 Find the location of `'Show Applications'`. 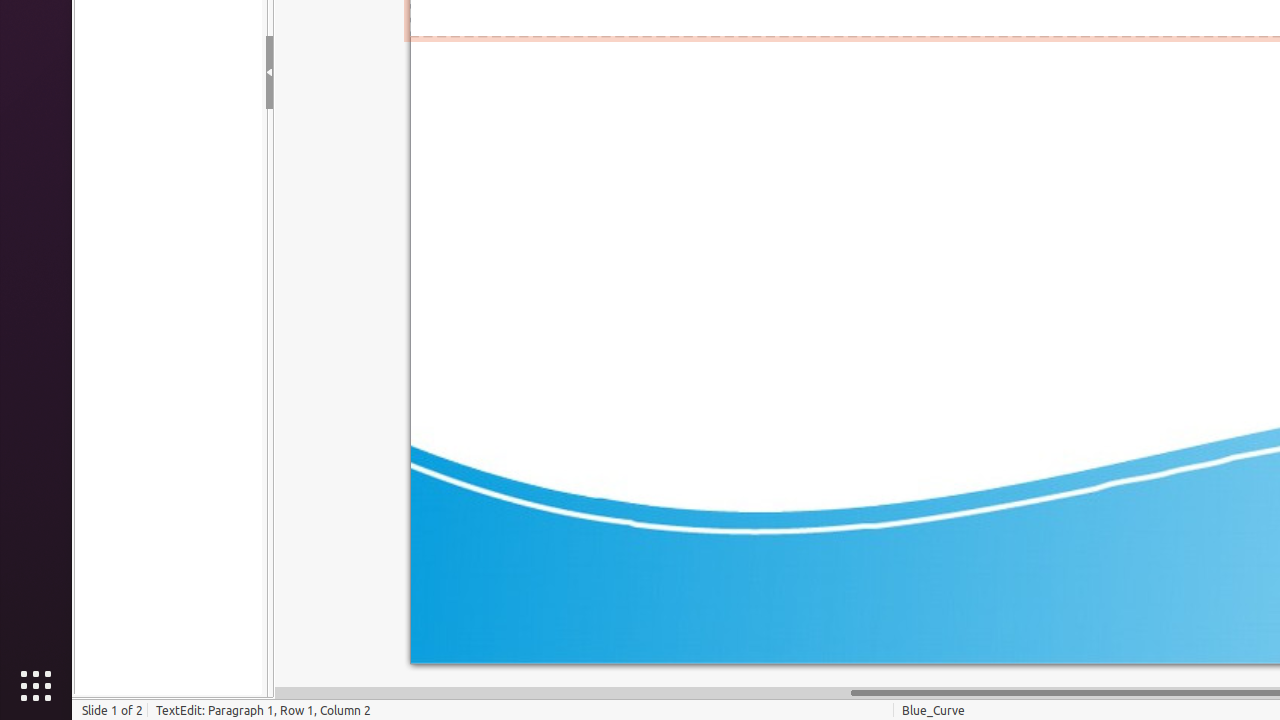

'Show Applications' is located at coordinates (35, 685).